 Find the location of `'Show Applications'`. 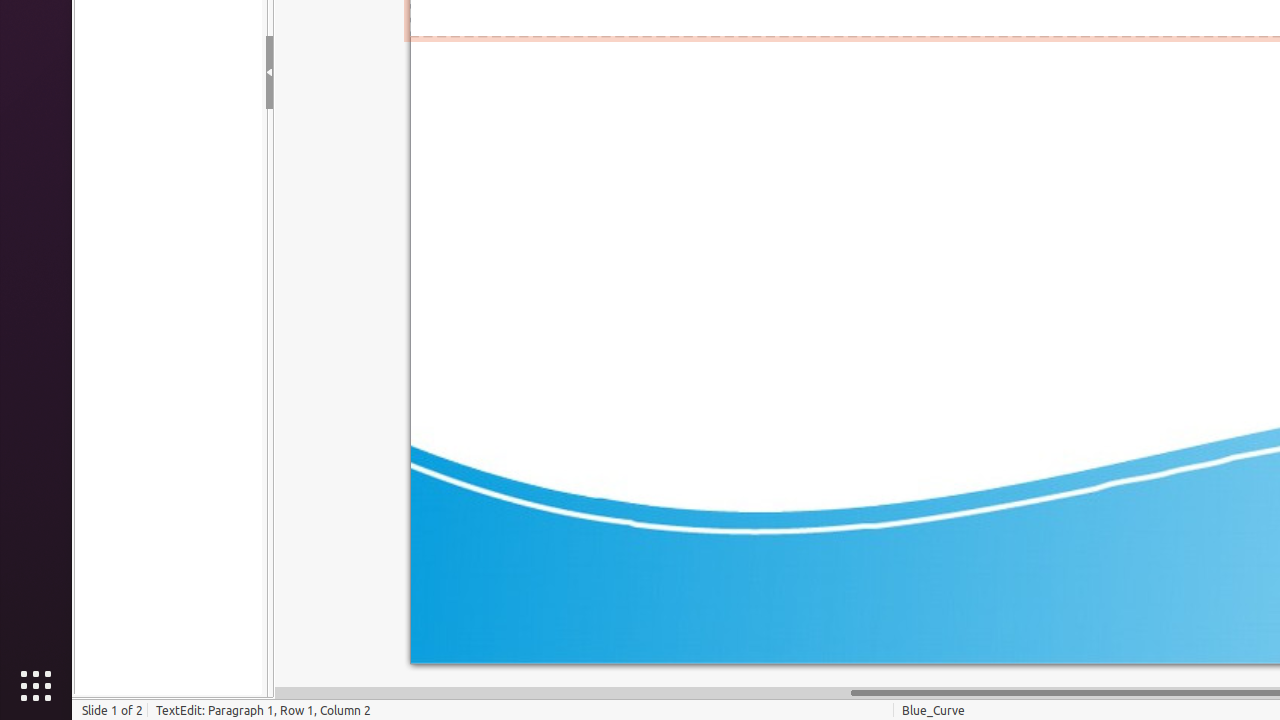

'Show Applications' is located at coordinates (35, 685).